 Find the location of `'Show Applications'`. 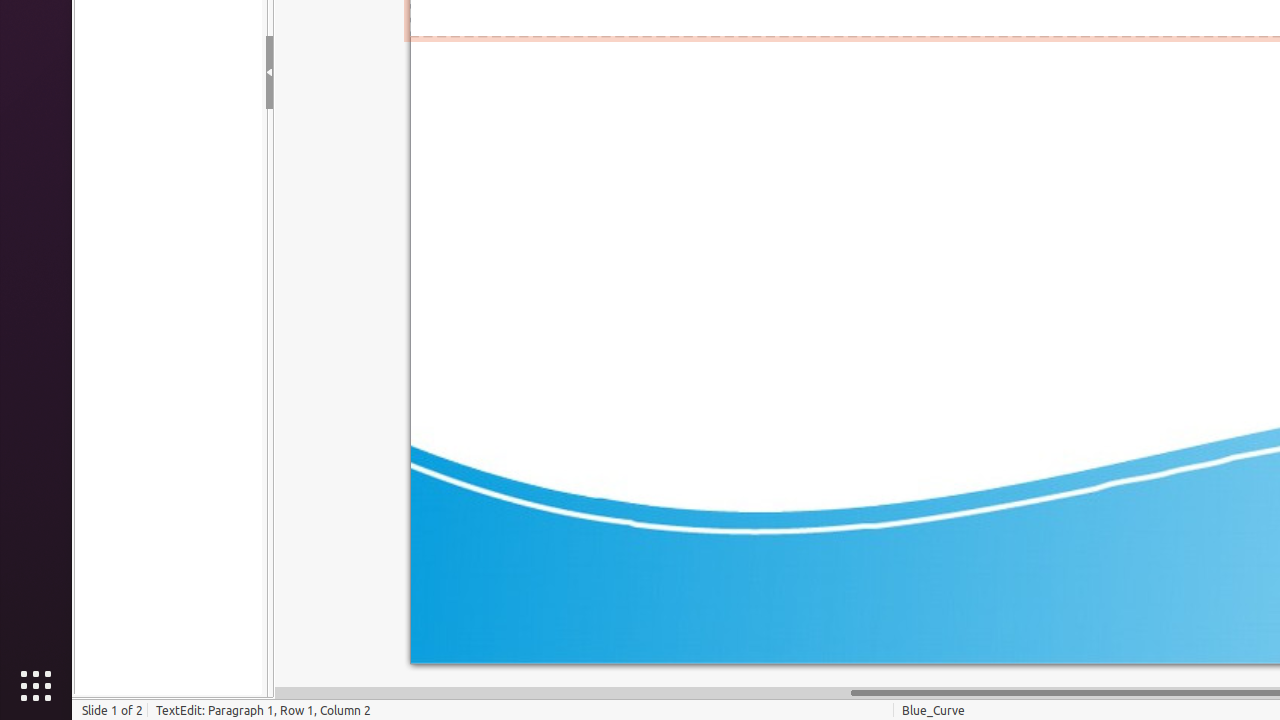

'Show Applications' is located at coordinates (35, 685).